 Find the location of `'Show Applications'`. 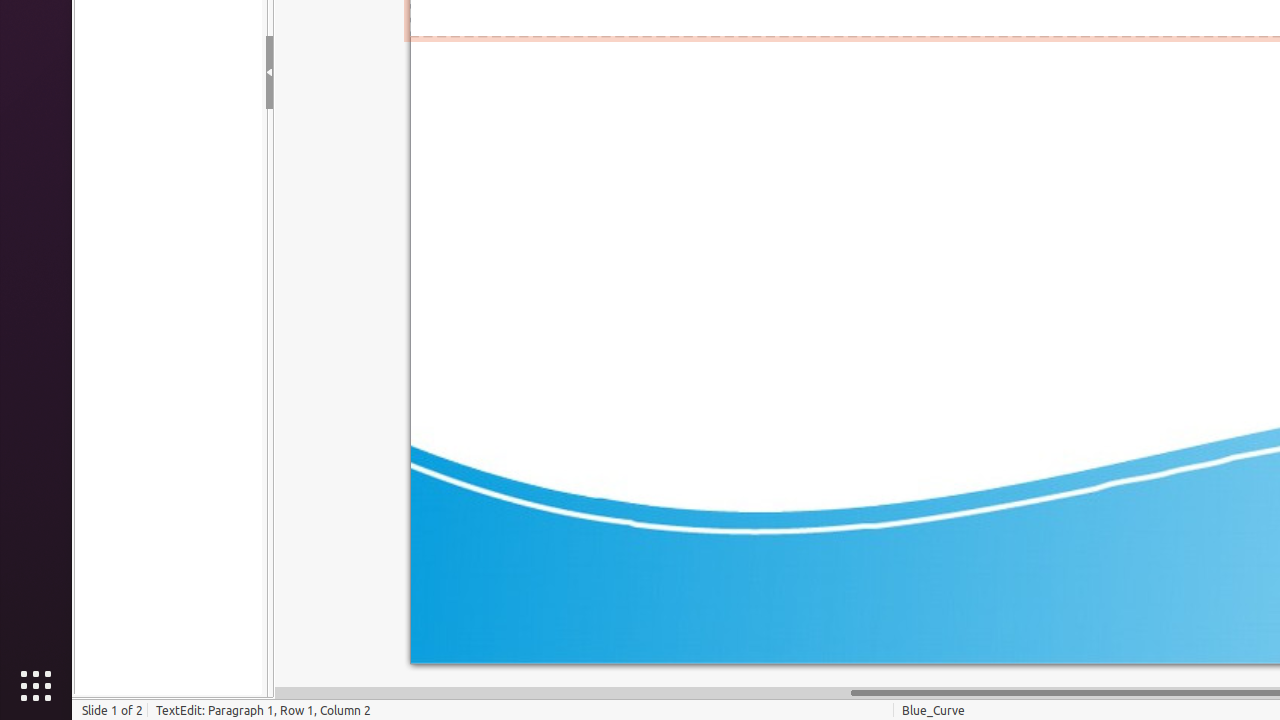

'Show Applications' is located at coordinates (35, 685).